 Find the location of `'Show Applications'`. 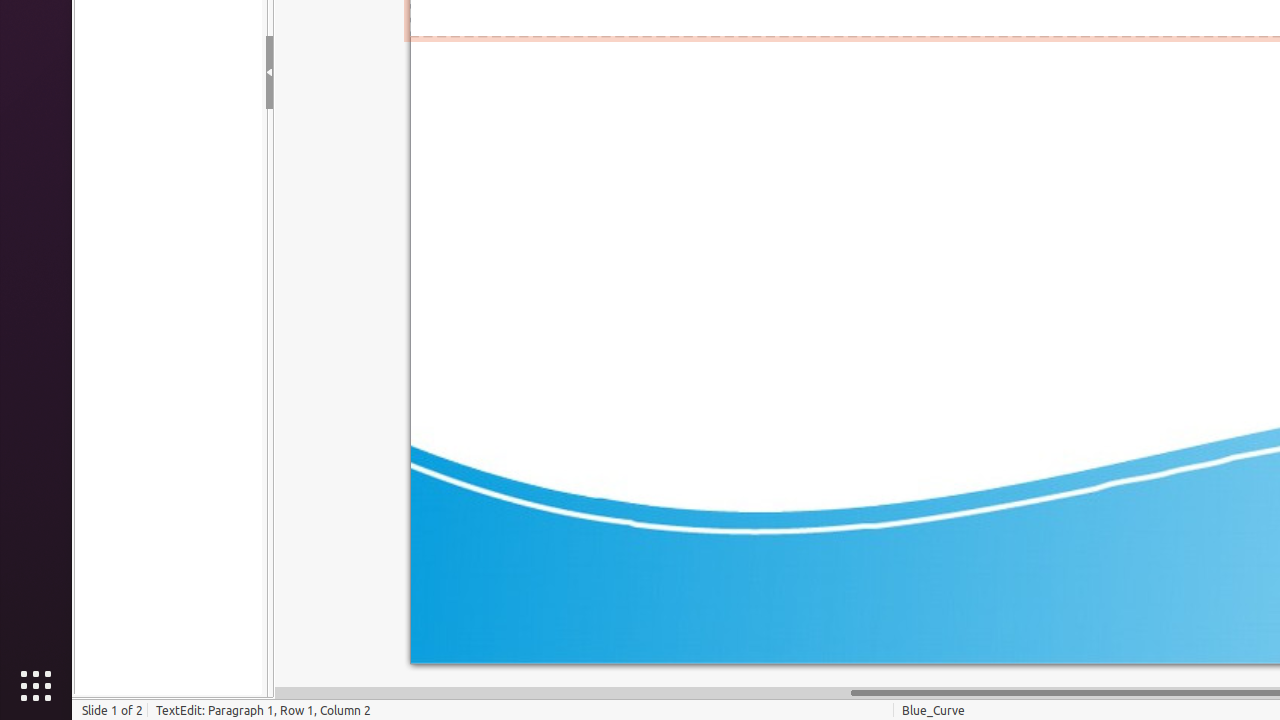

'Show Applications' is located at coordinates (35, 685).